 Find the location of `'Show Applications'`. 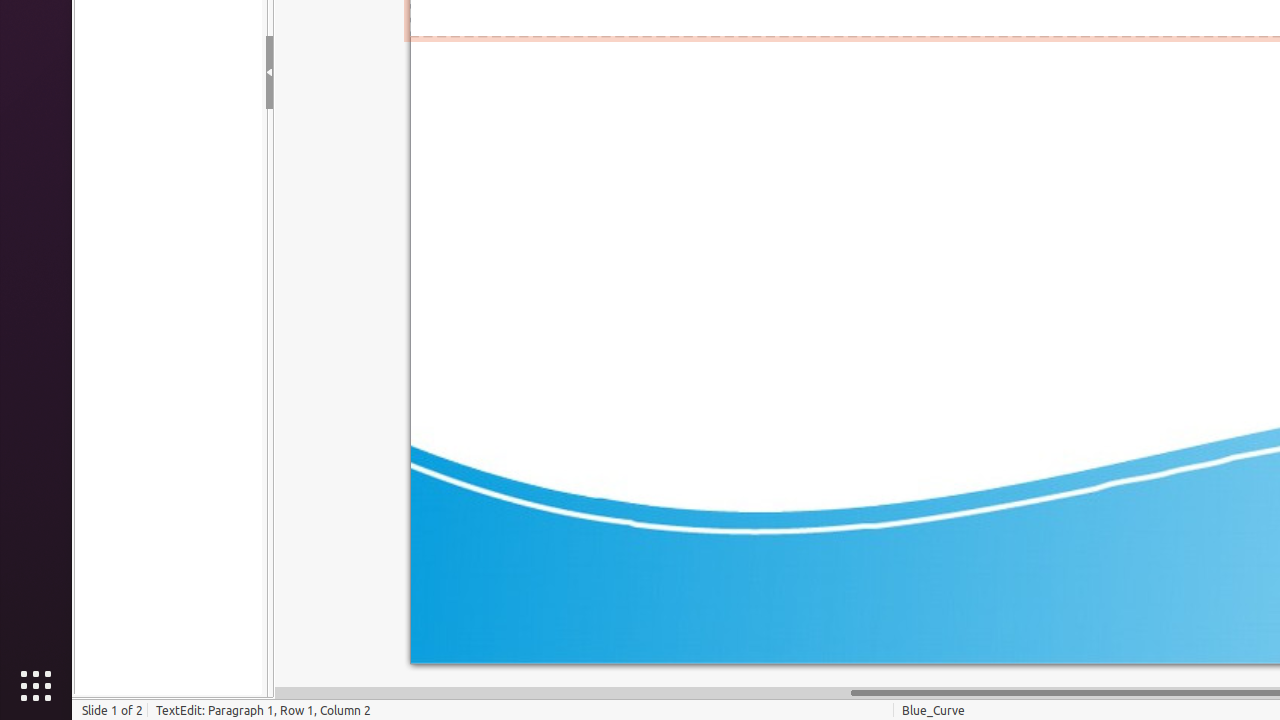

'Show Applications' is located at coordinates (35, 685).